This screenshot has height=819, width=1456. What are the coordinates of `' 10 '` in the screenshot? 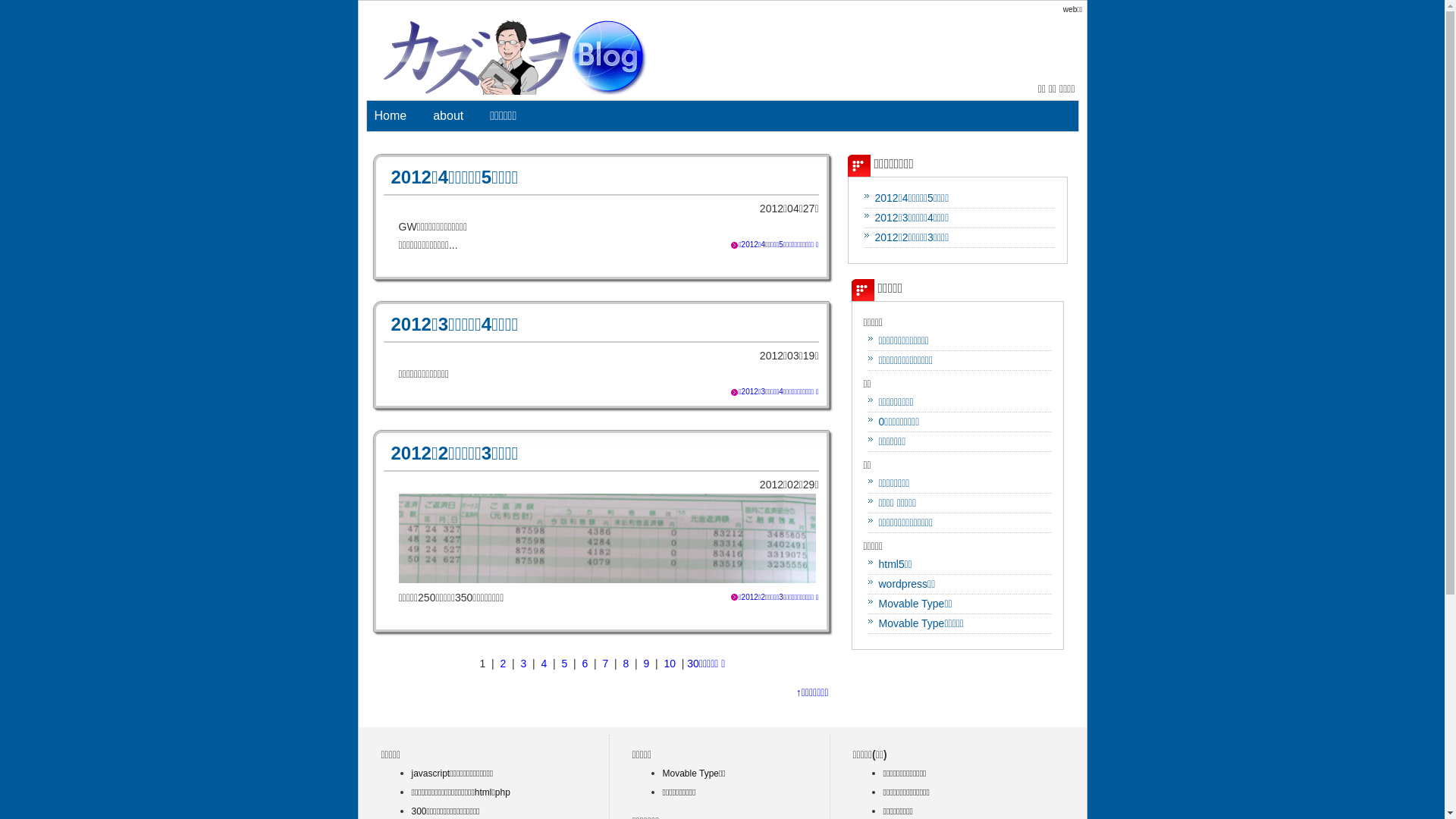 It's located at (669, 663).